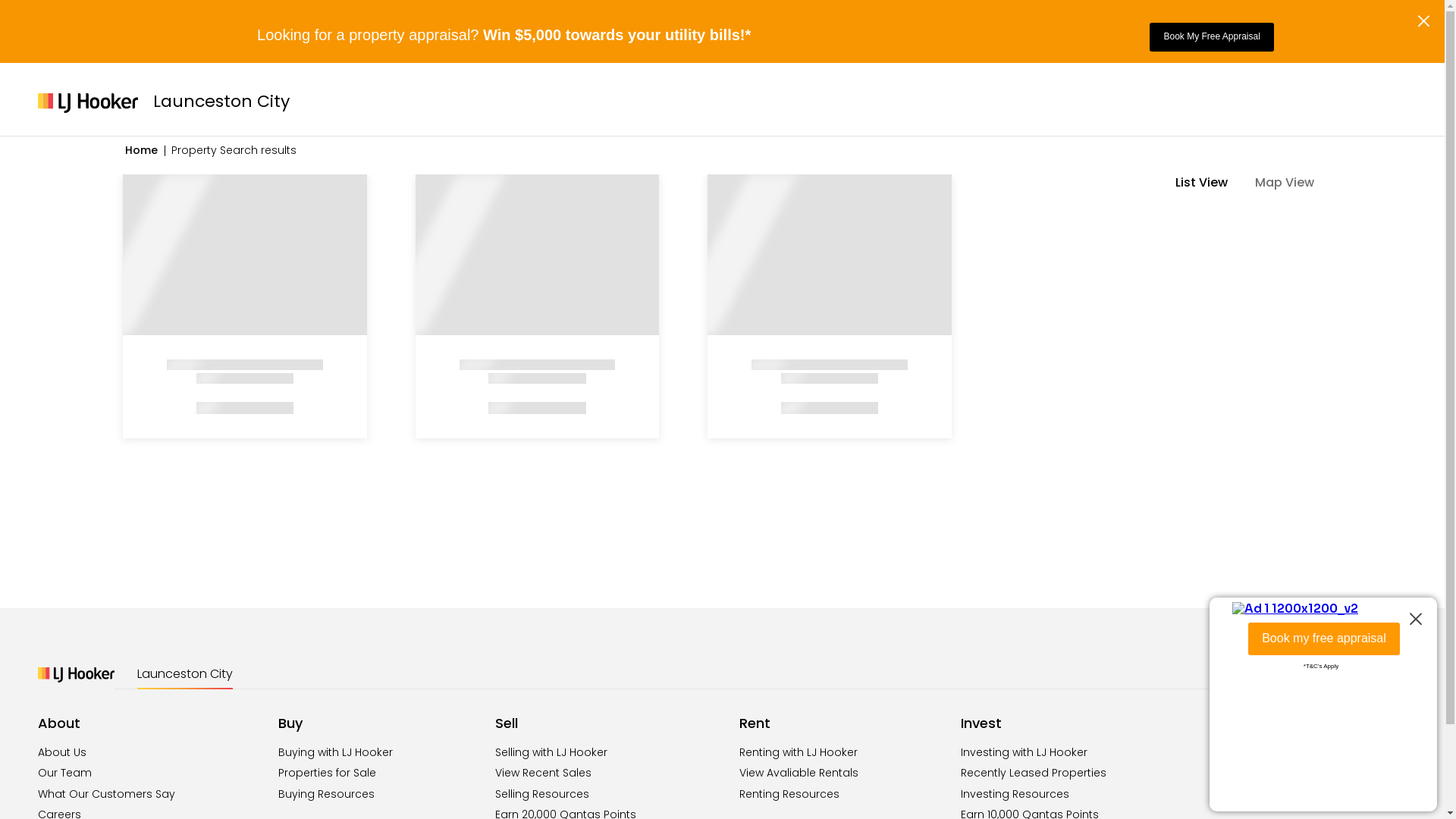 The image size is (1456, 819). What do you see at coordinates (334, 752) in the screenshot?
I see `'Buying with LJ Hooker'` at bounding box center [334, 752].